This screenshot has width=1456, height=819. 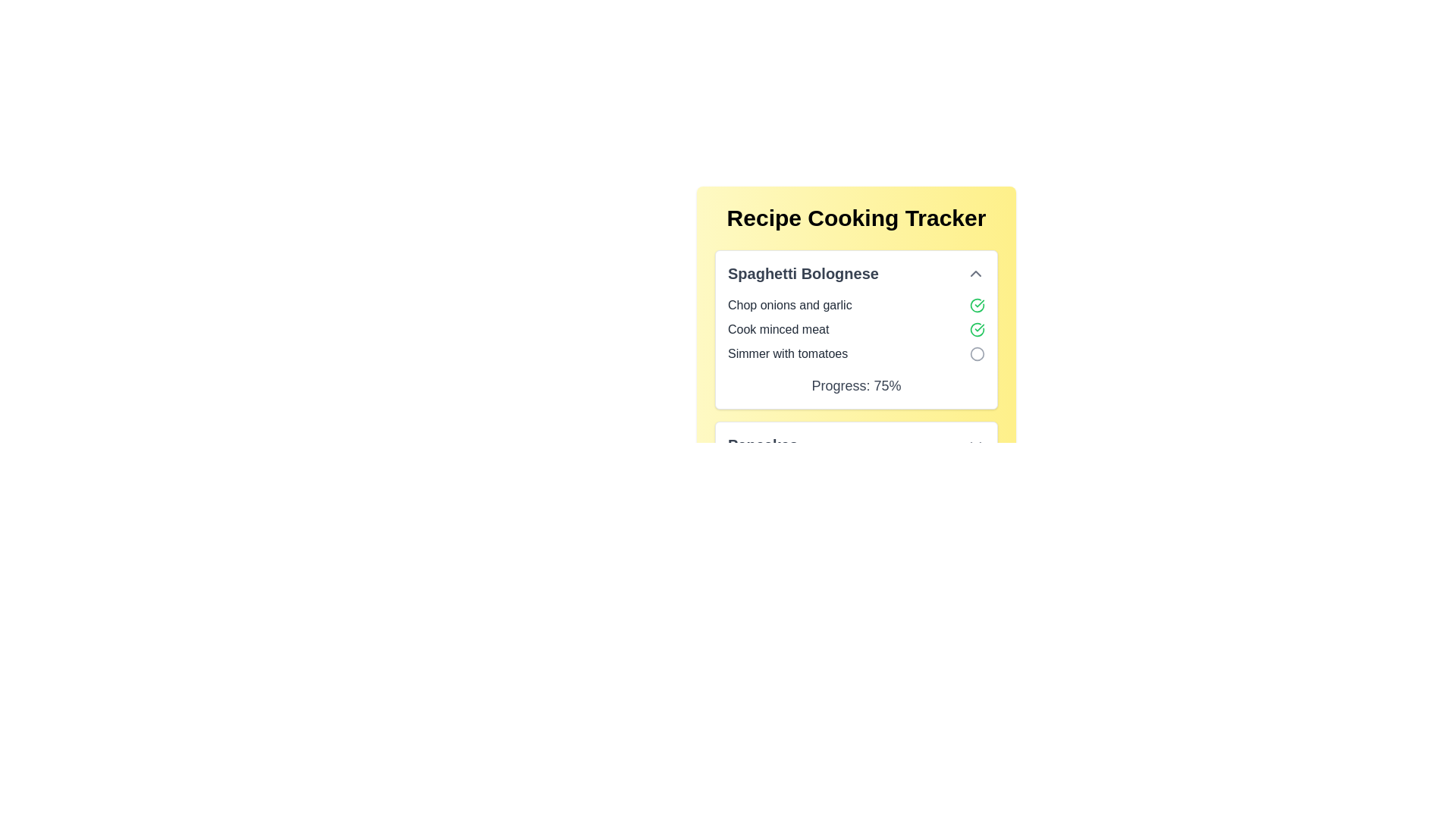 I want to click on the completion indicator icon for the task 'Cook minced meat', which is the second item in the vertical list of status icons, so click(x=977, y=329).